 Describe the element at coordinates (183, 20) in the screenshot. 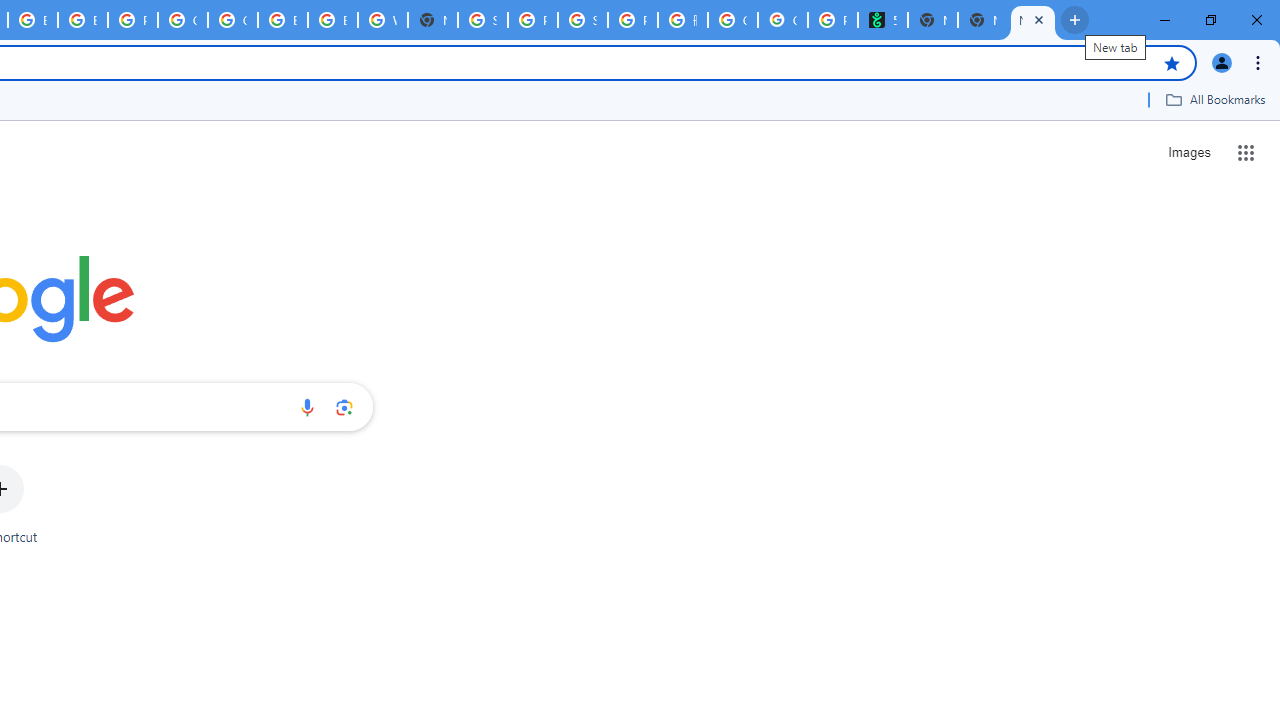

I see `'Google Cloud Platform'` at that location.